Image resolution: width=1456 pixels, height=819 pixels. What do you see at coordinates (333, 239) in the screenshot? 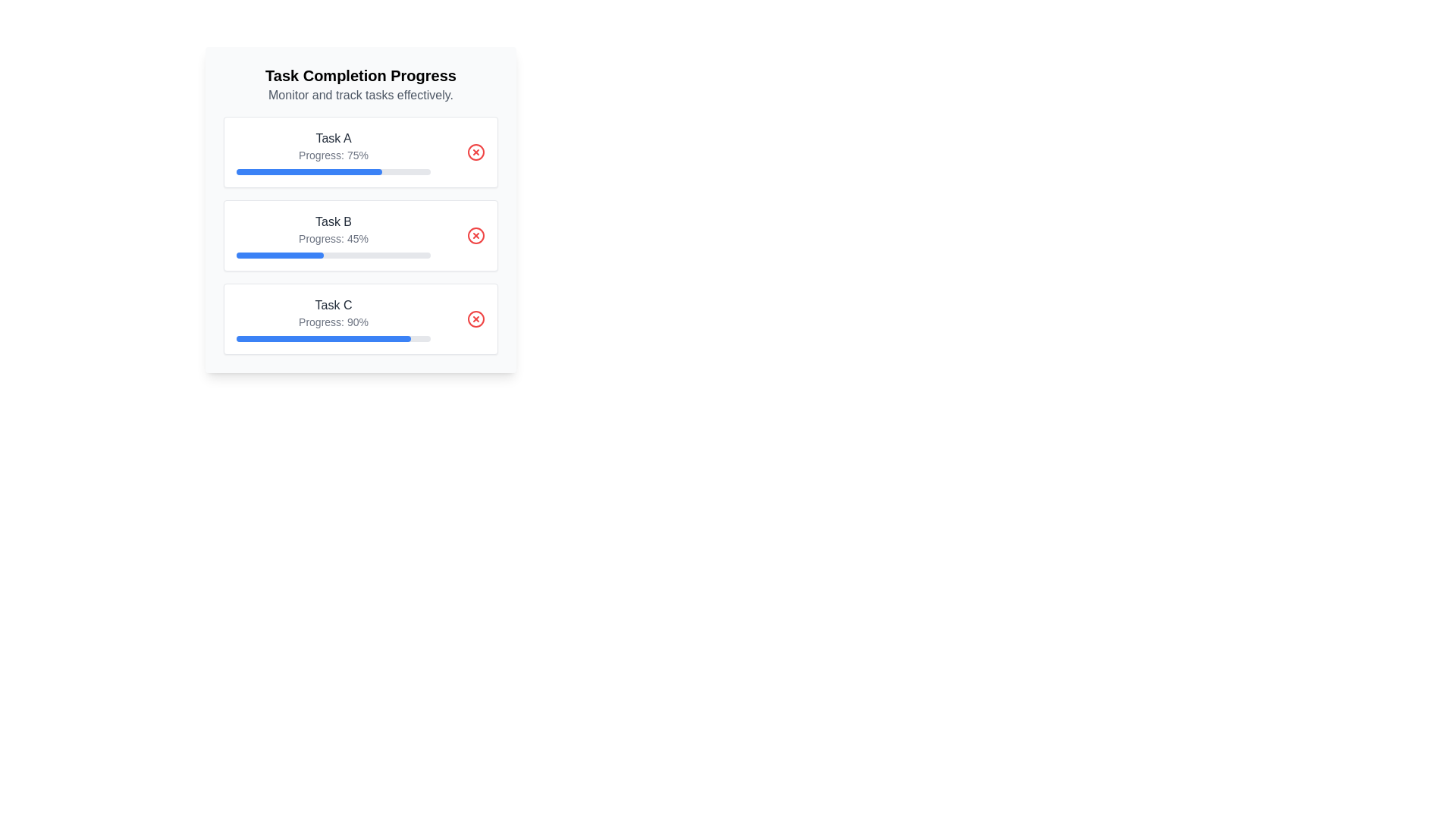
I see `the text label that displays the current progress of 'Task B', which is located below the task title and above the progress bar` at bounding box center [333, 239].